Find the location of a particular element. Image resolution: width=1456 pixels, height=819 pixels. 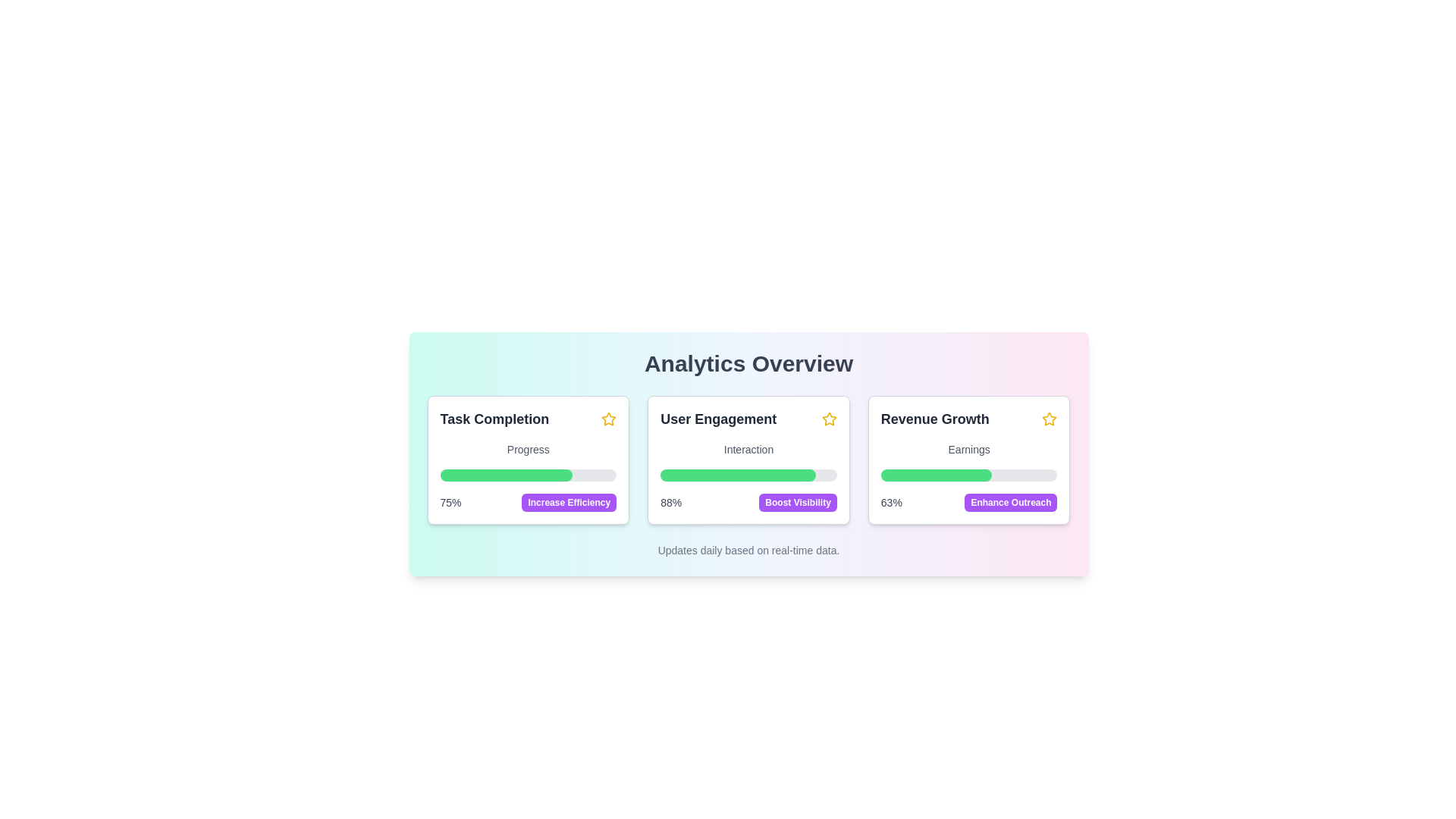

the horizontal progress bar within the 'Revenue Growth' card, which is styled with a gray background and a green bar indicating 63% progress is located at coordinates (968, 475).